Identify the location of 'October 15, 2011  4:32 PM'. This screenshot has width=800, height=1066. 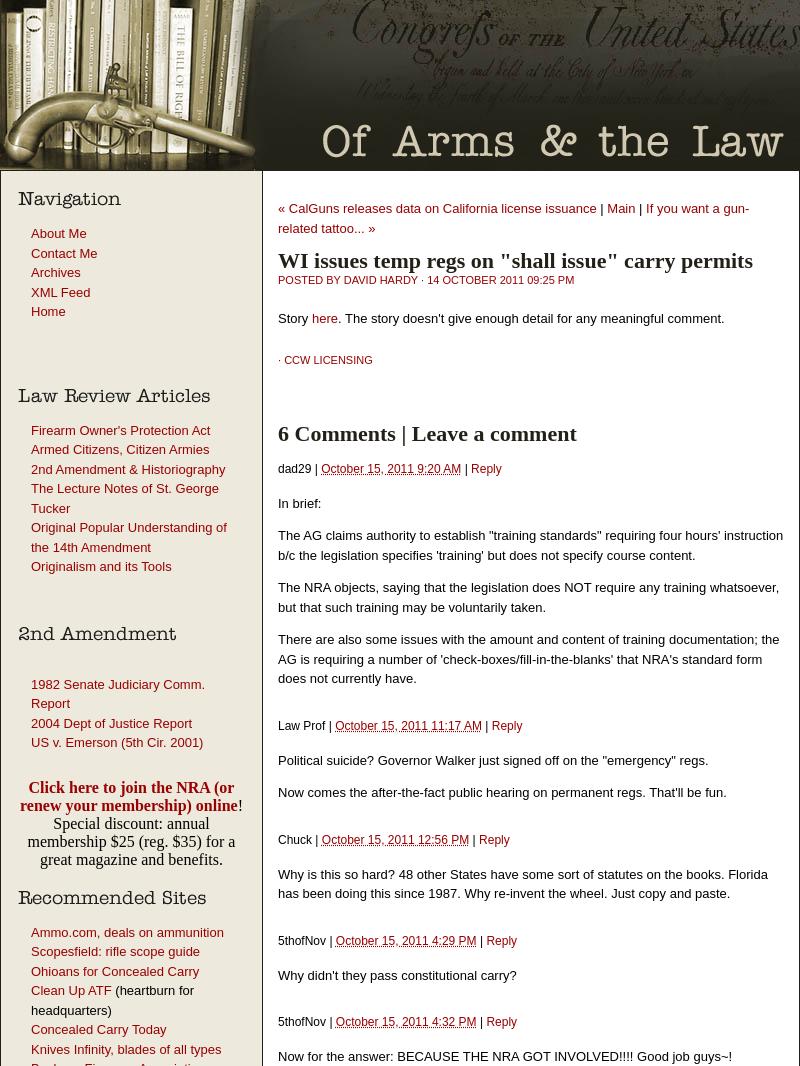
(405, 1021).